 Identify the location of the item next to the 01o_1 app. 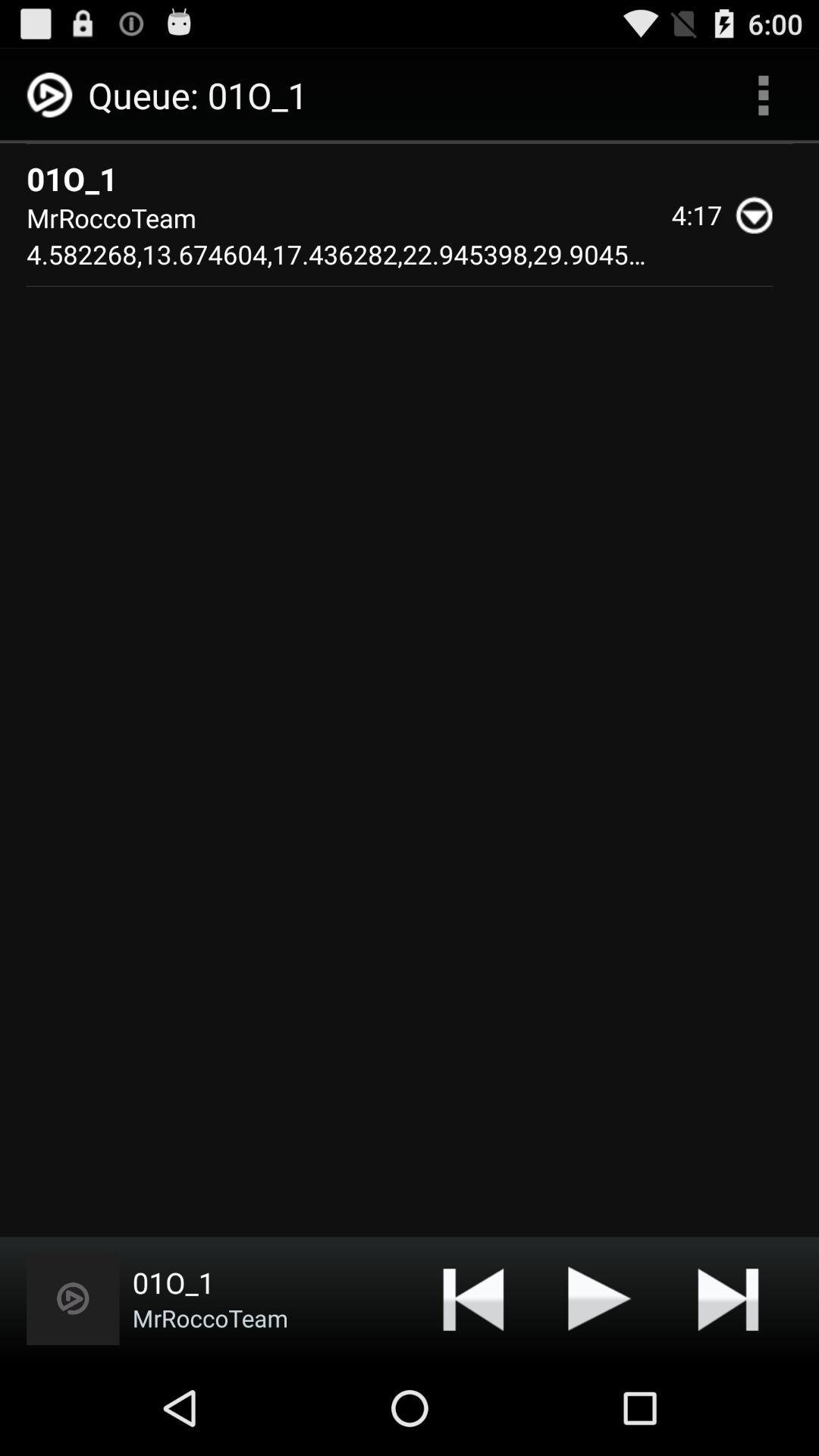
(73, 1298).